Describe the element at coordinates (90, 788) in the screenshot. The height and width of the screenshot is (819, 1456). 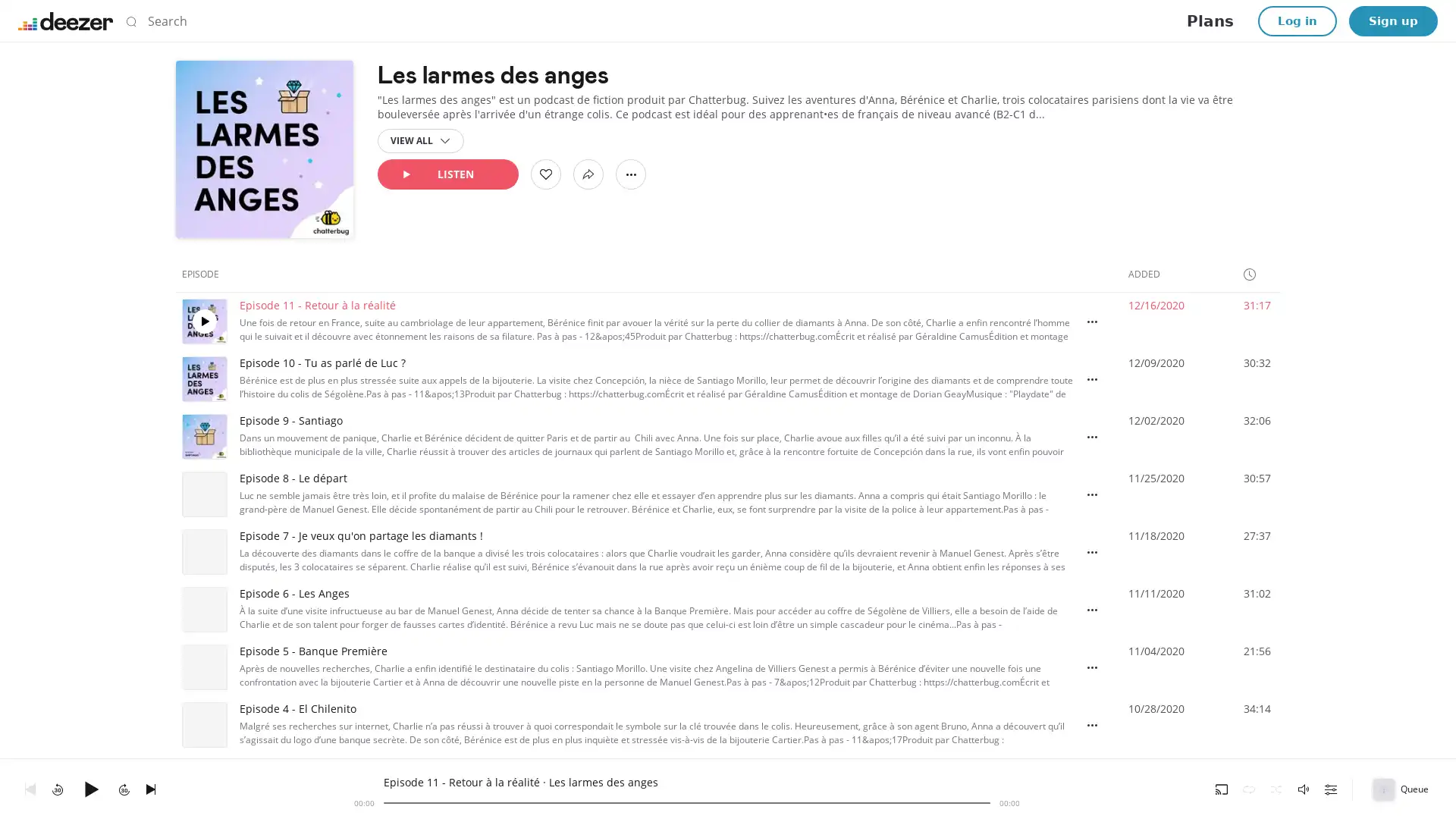
I see `Play` at that location.